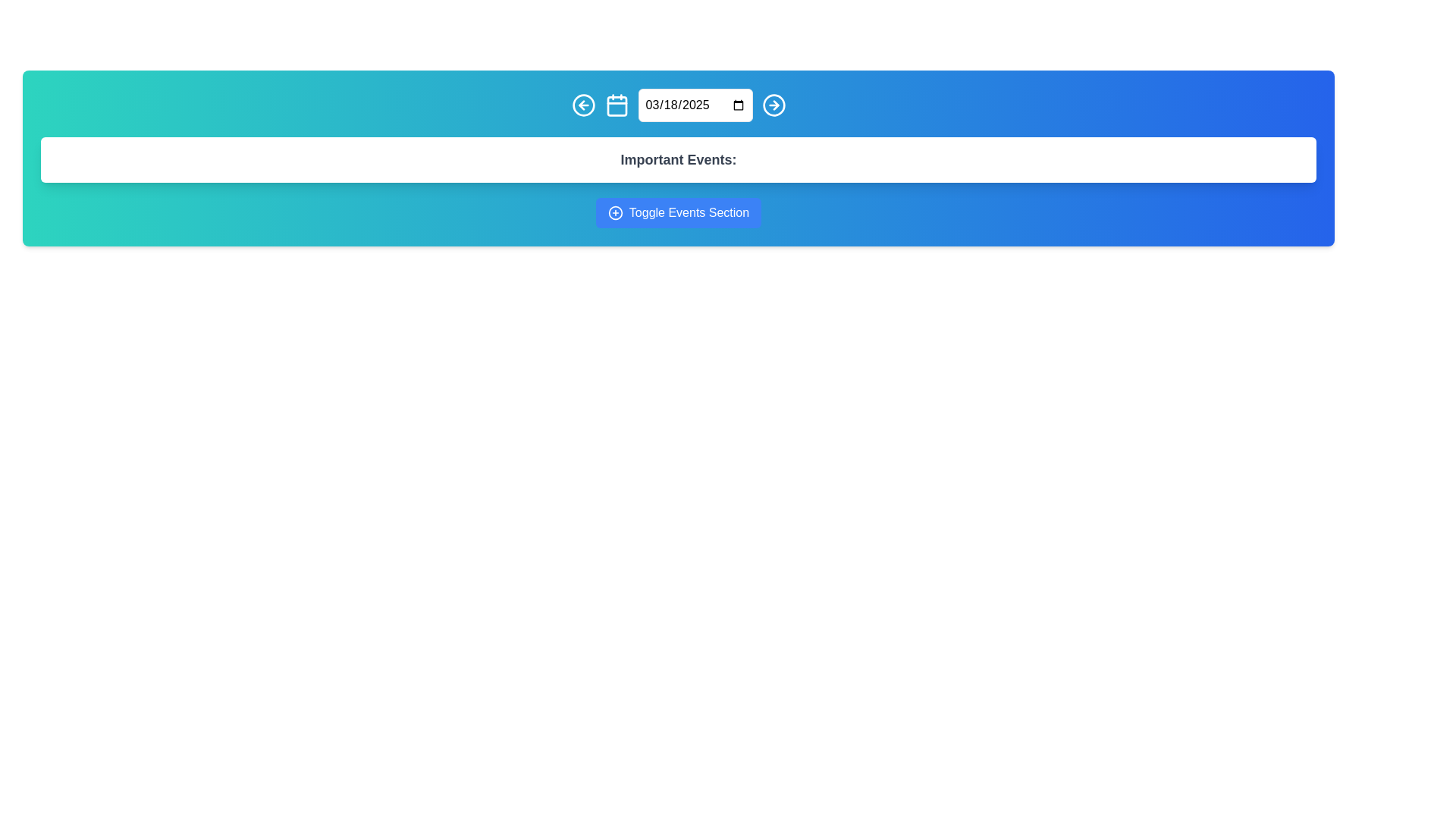 The image size is (1456, 819). Describe the element at coordinates (582, 104) in the screenshot. I see `the circular icon with a left-pointing arrow` at that location.